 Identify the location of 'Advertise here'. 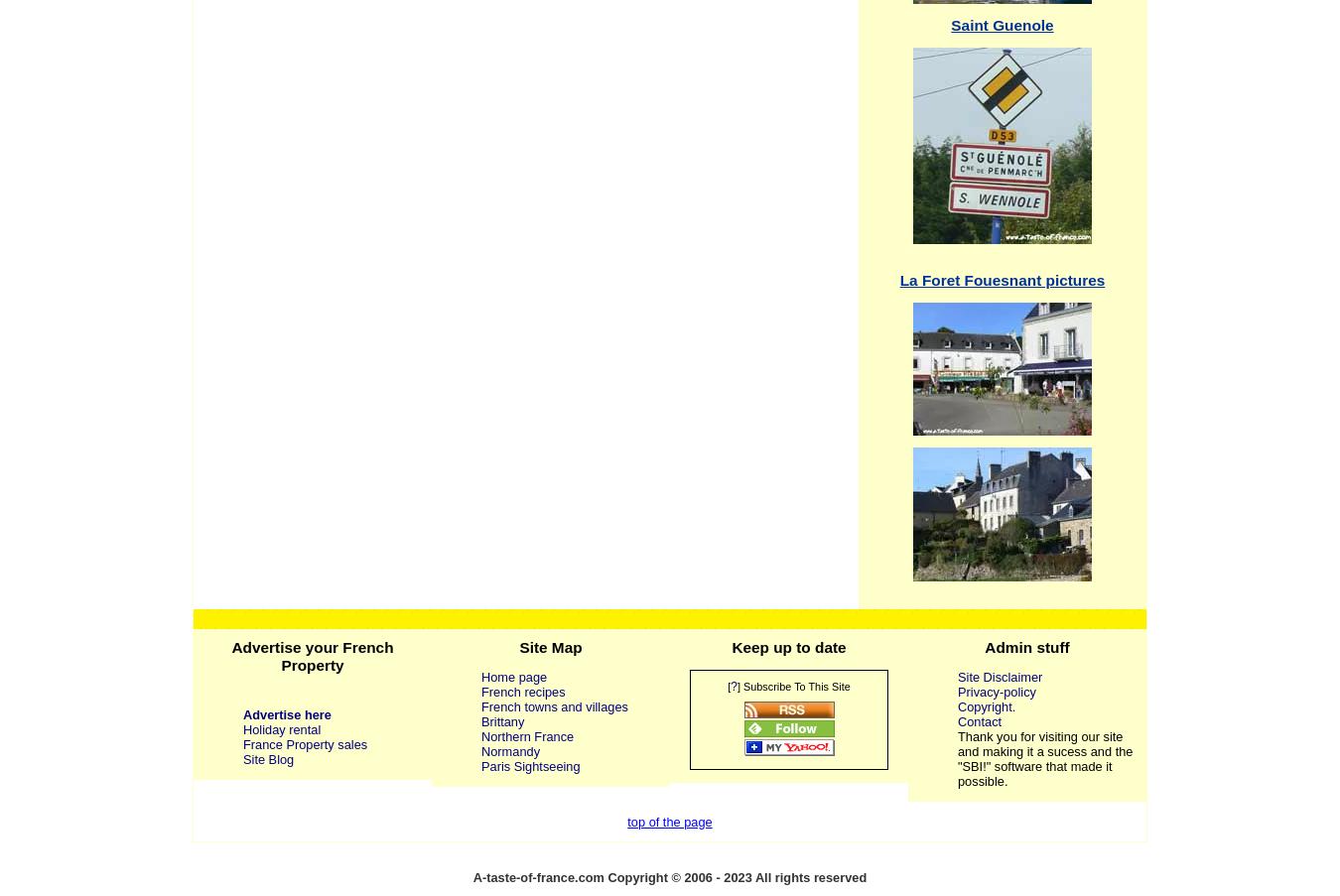
(242, 713).